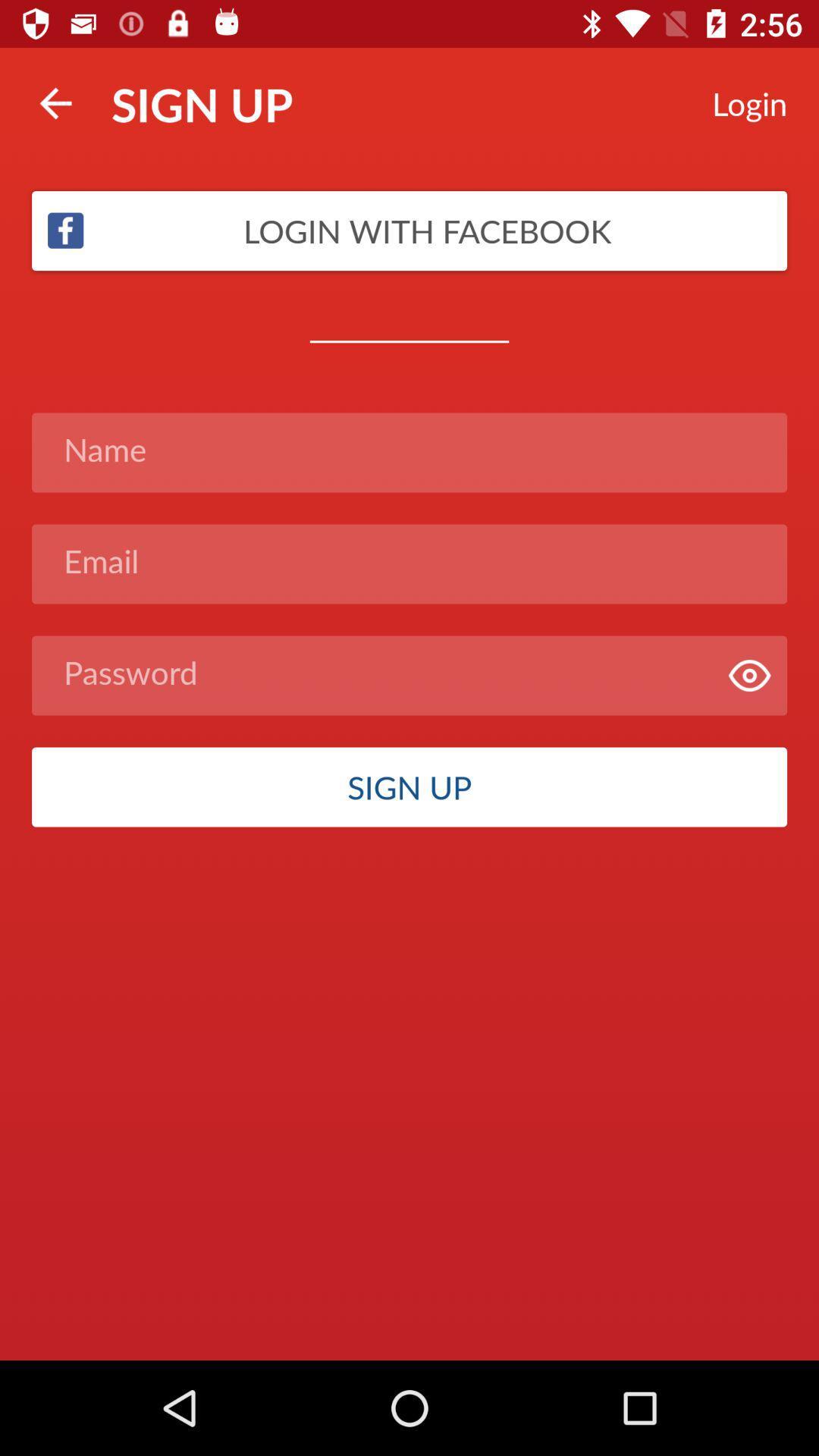 The width and height of the screenshot is (819, 1456). I want to click on the icon to the left of sign up item, so click(55, 102).